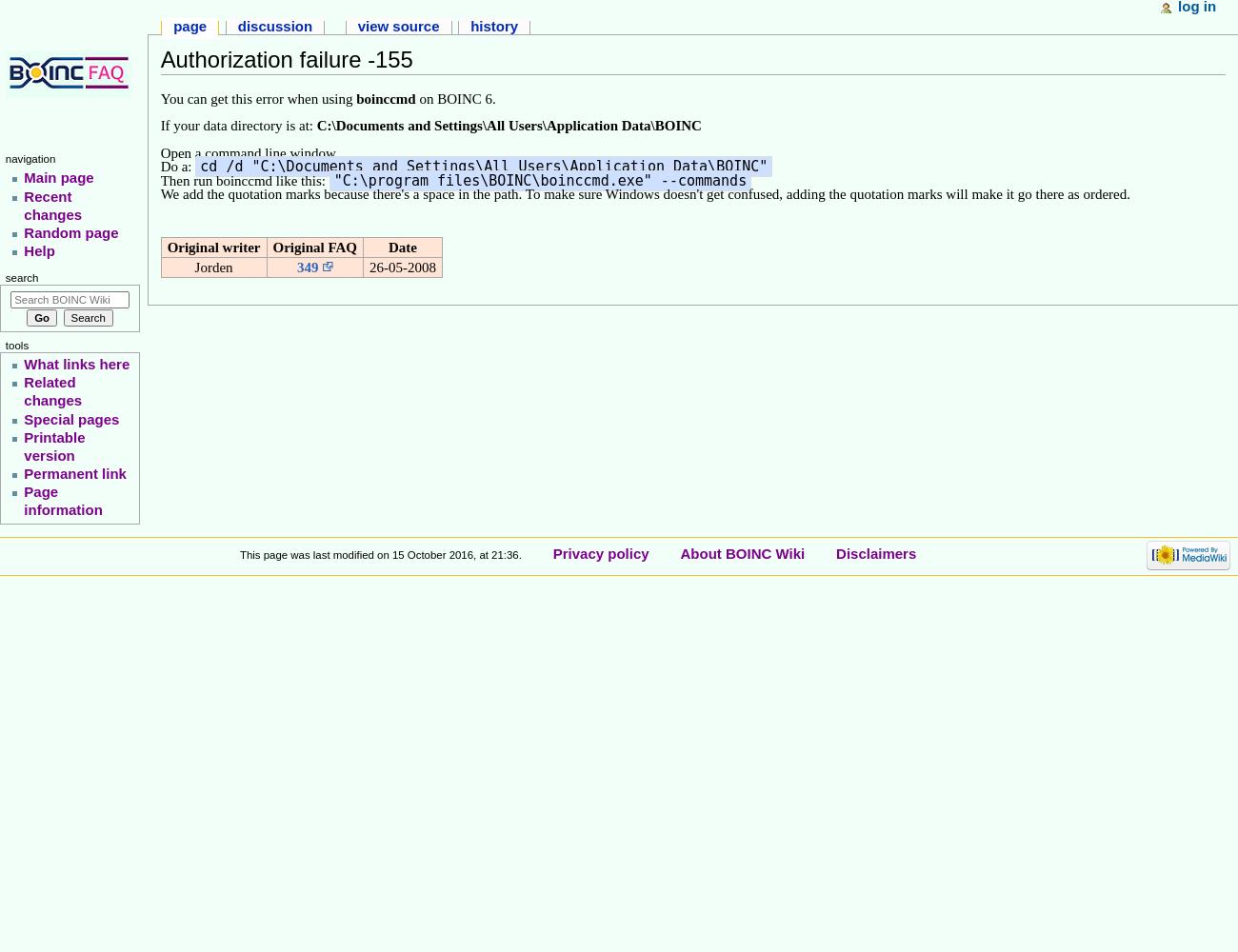 The width and height of the screenshot is (1238, 952). Describe the element at coordinates (257, 97) in the screenshot. I see `'You can get this error when using'` at that location.